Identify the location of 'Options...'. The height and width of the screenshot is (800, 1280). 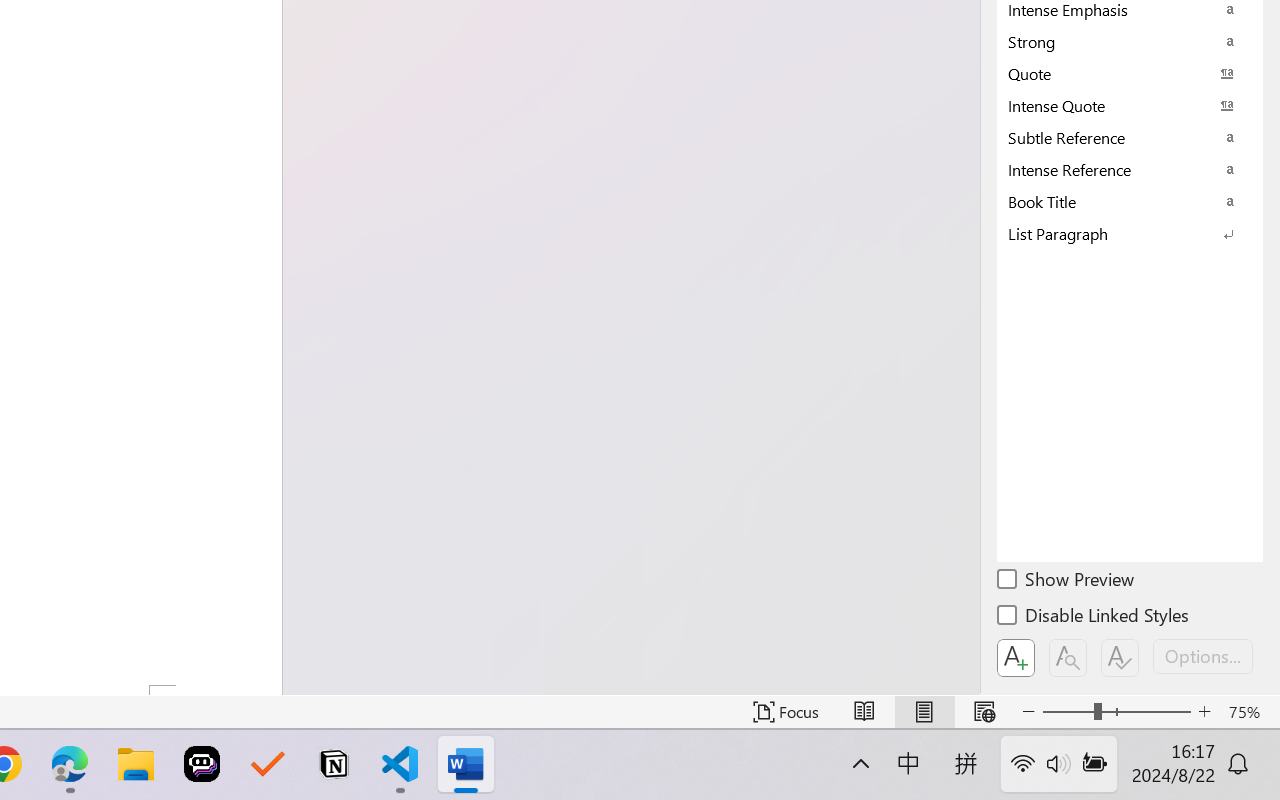
(1202, 655).